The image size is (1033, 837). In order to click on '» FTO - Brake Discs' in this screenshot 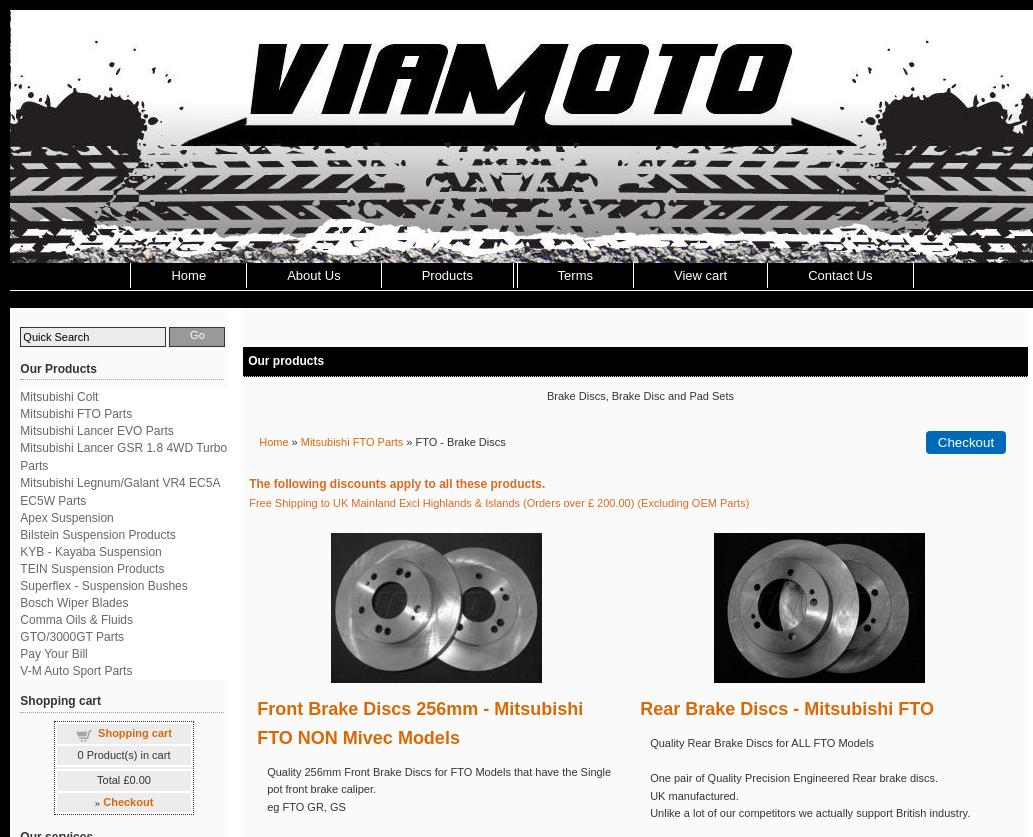, I will do `click(454, 440)`.